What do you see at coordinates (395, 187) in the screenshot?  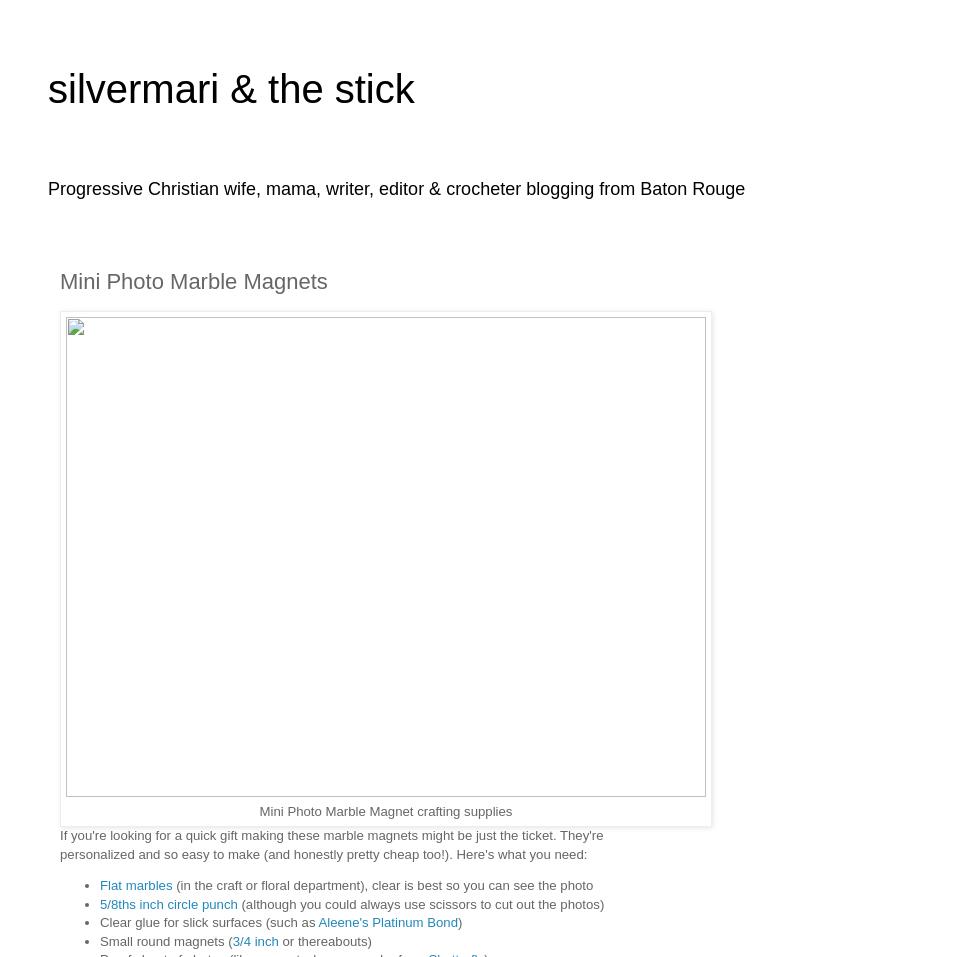 I see `'Progressive Christian wife, mama, writer, editor & crocheter blogging from Baton Rouge'` at bounding box center [395, 187].